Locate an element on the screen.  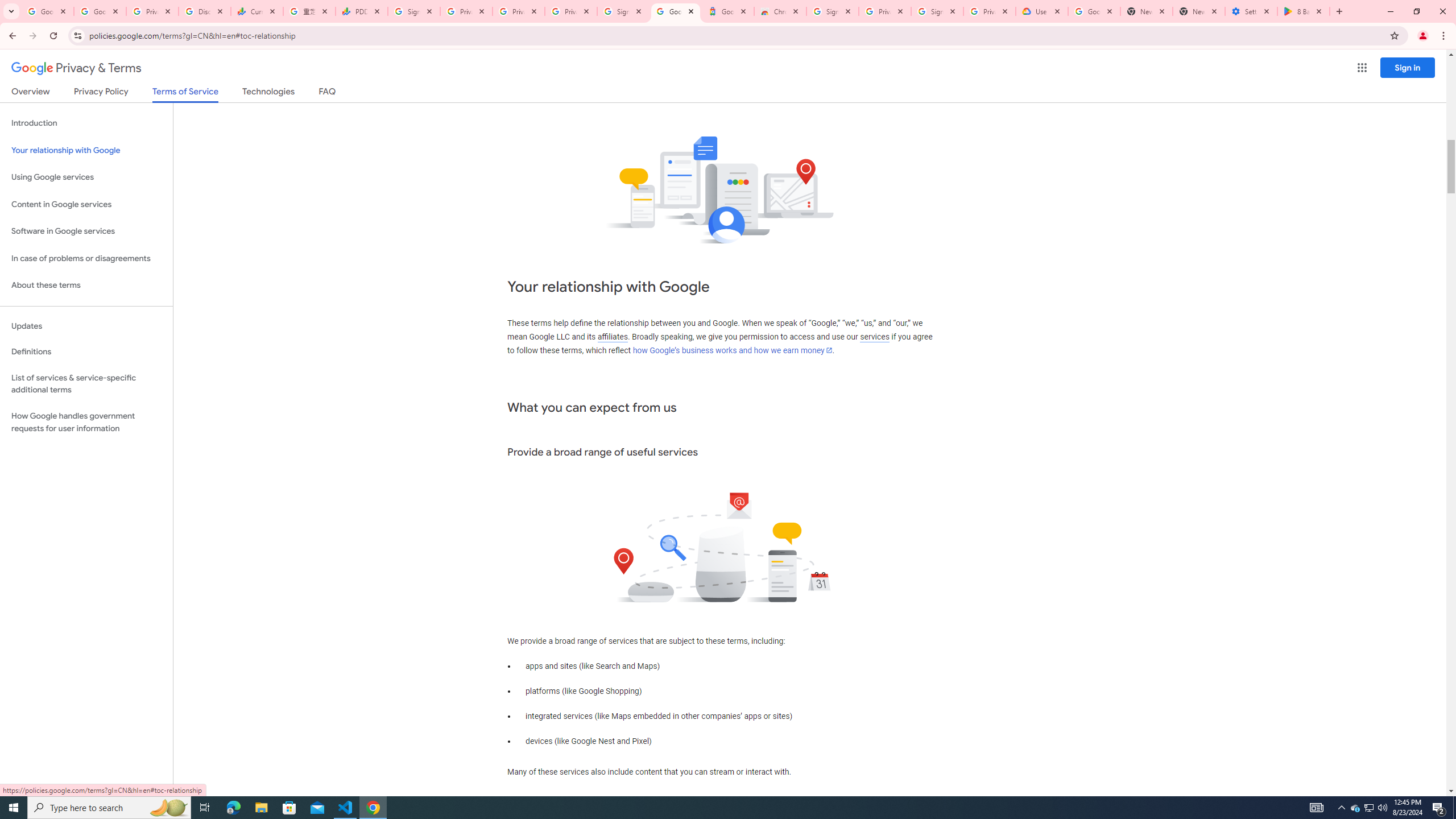
'Privacy Checkup' is located at coordinates (570, 11).